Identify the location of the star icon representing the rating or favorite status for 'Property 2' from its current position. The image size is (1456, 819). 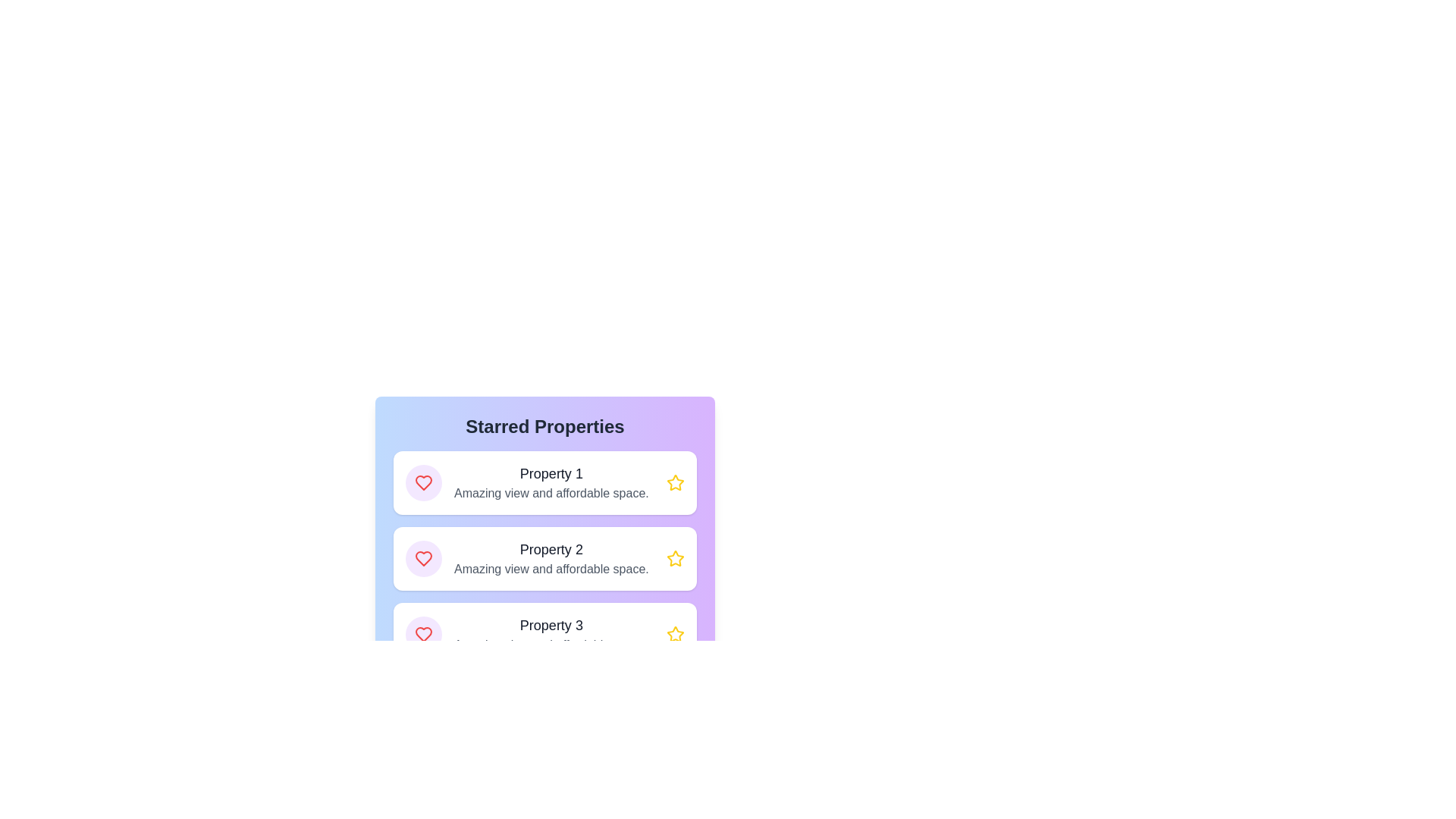
(675, 558).